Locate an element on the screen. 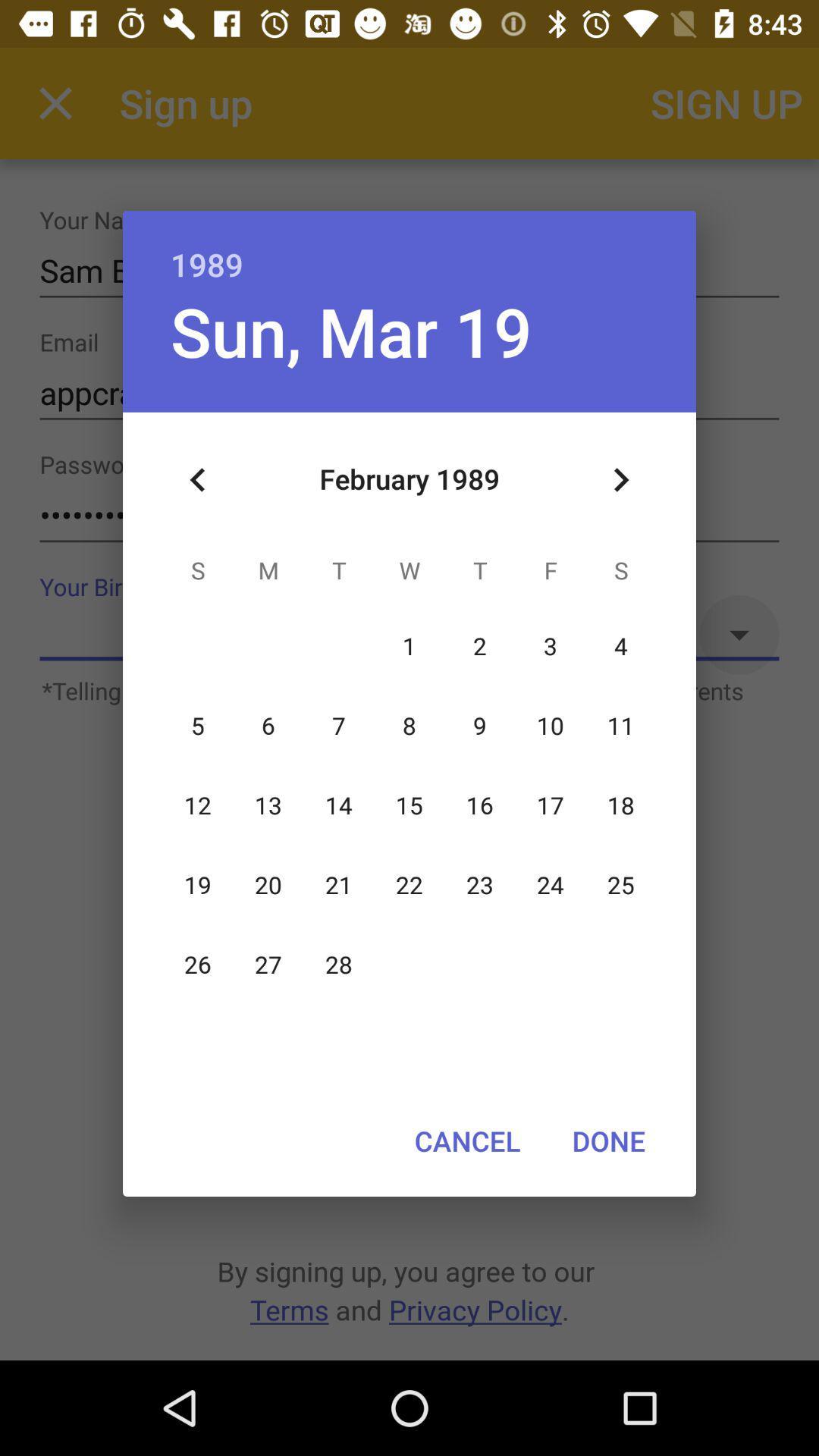 The width and height of the screenshot is (819, 1456). icon next to done item is located at coordinates (466, 1141).